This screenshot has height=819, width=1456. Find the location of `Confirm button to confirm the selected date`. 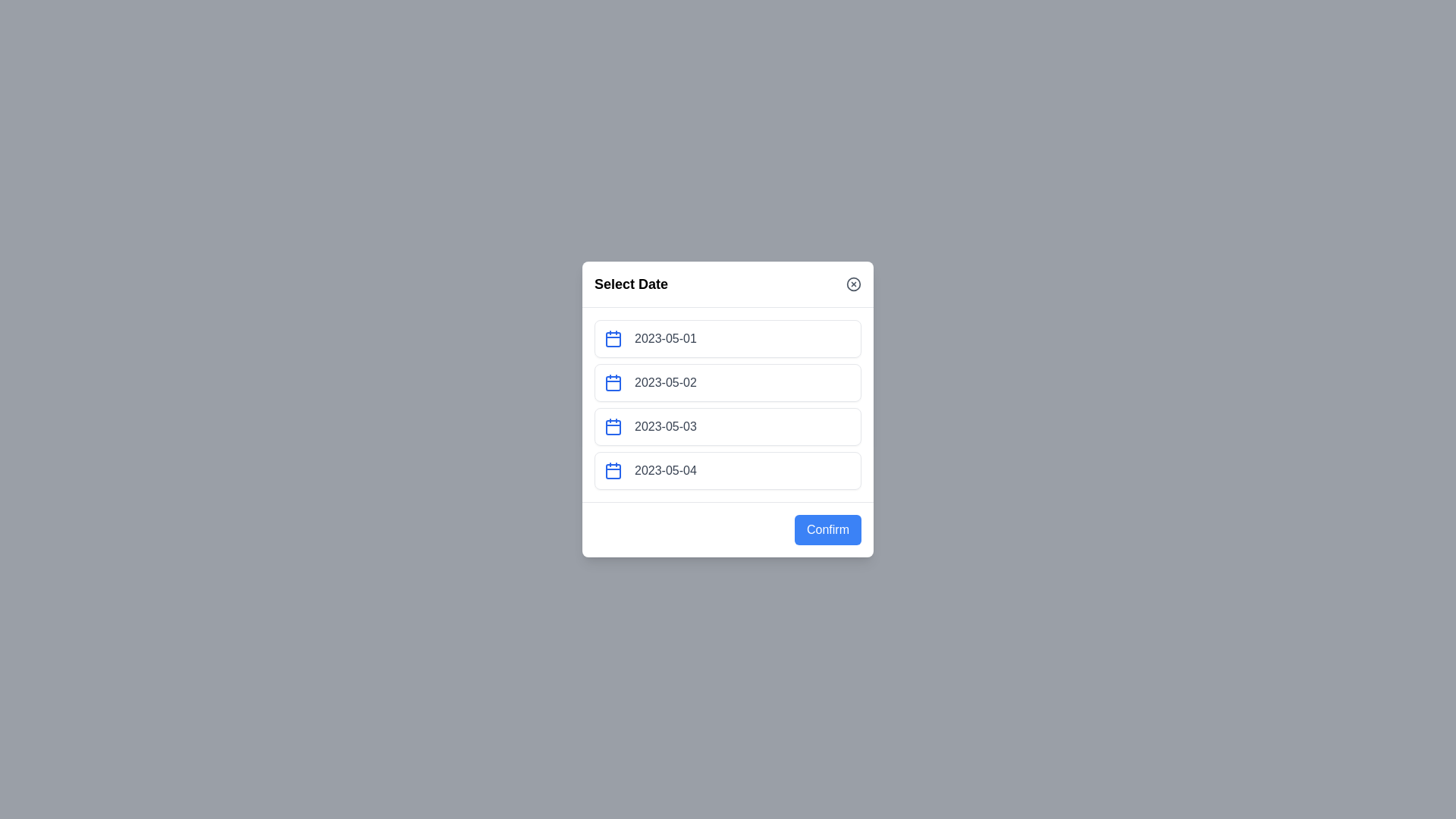

Confirm button to confirm the selected date is located at coordinates (827, 529).